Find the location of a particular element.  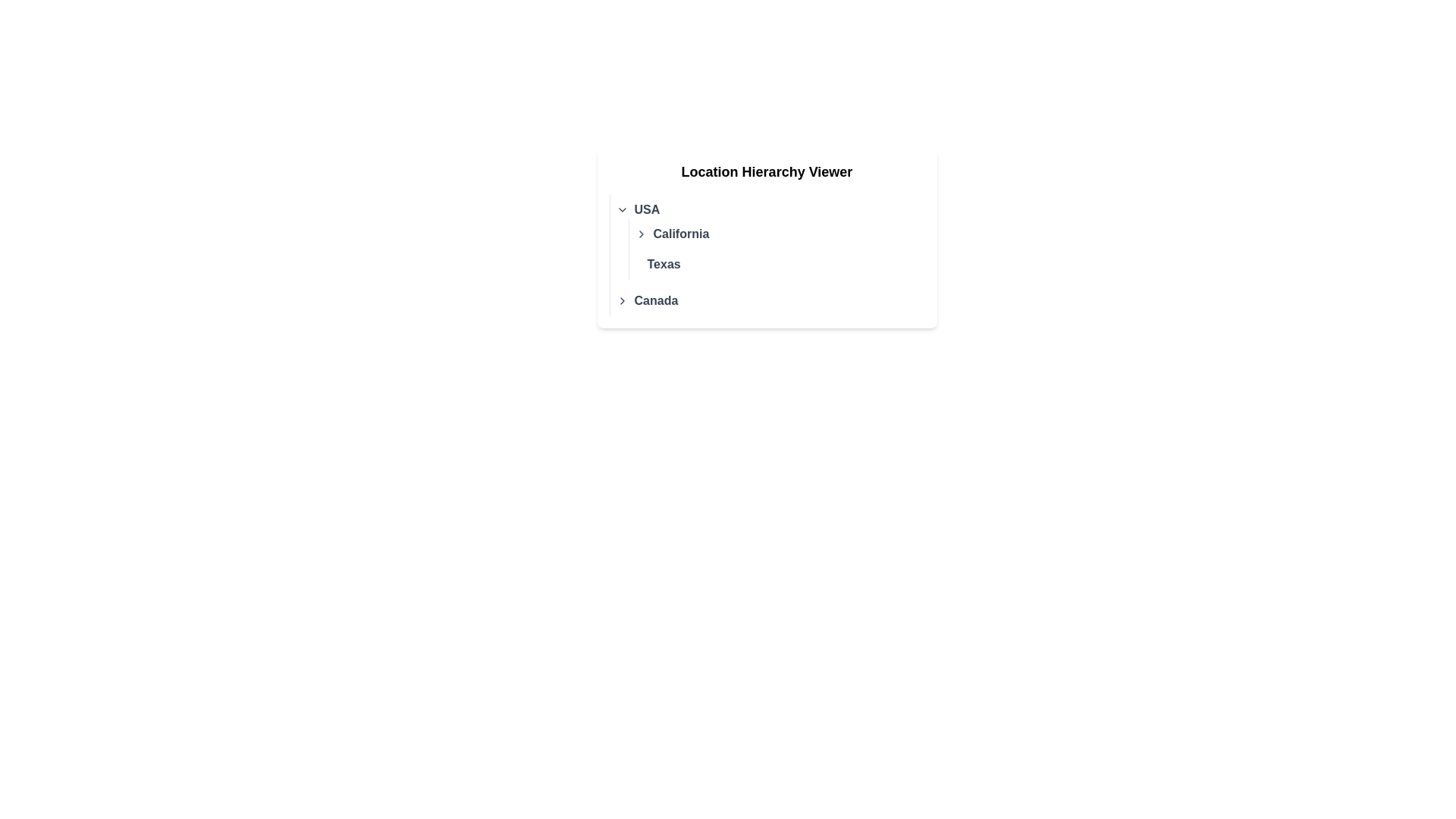

the right-facing chevron icon, which is gray and darkens on hover, located to the immediate left of the text 'California' in the hierarchy viewer is located at coordinates (641, 234).